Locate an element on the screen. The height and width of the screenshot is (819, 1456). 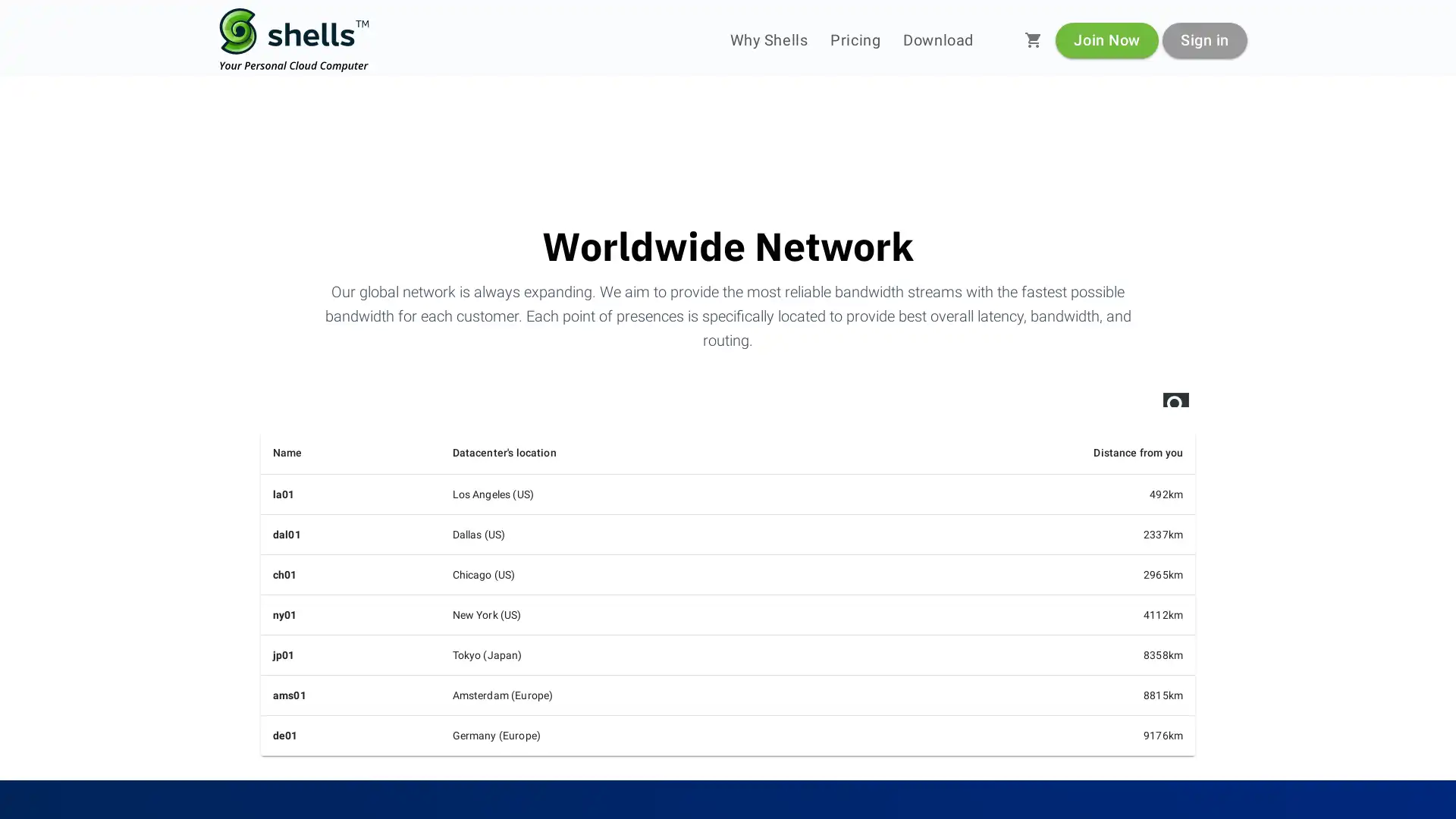
Shells Logo is located at coordinates (294, 39).